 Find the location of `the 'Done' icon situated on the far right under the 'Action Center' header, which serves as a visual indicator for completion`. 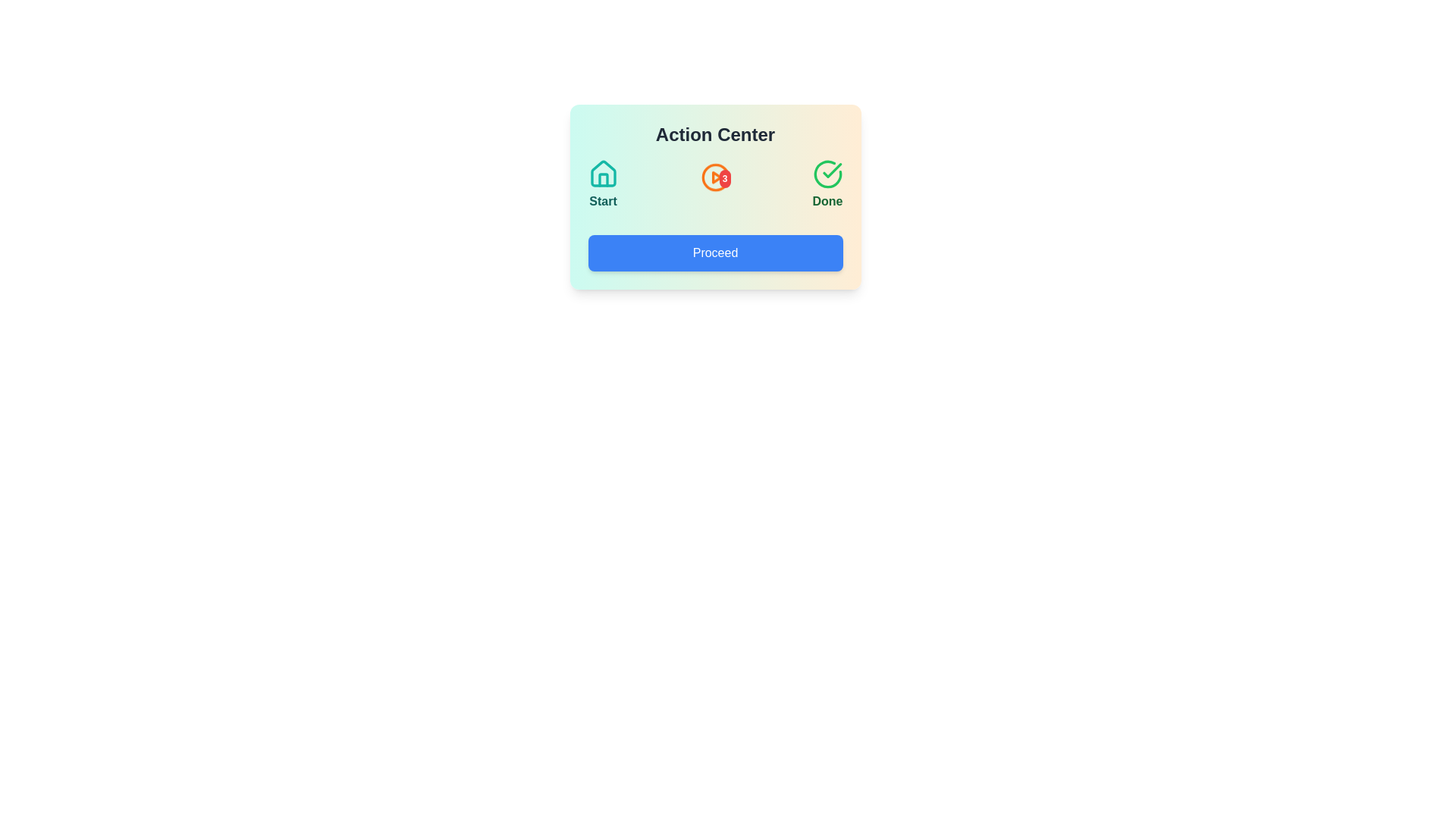

the 'Done' icon situated on the far right under the 'Action Center' header, which serves as a visual indicator for completion is located at coordinates (827, 174).